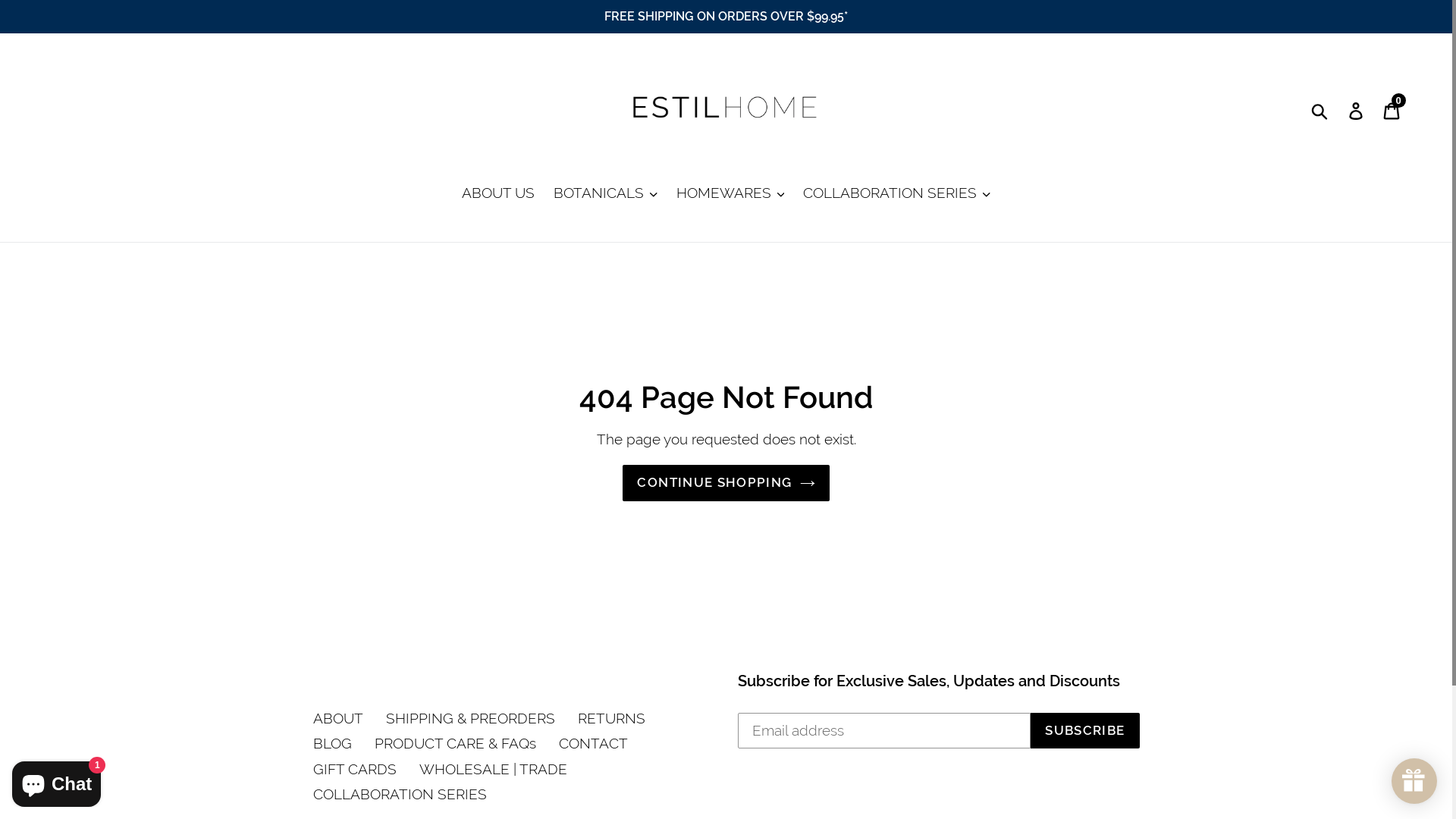  I want to click on 'SUBSCRIBE', so click(1084, 730).